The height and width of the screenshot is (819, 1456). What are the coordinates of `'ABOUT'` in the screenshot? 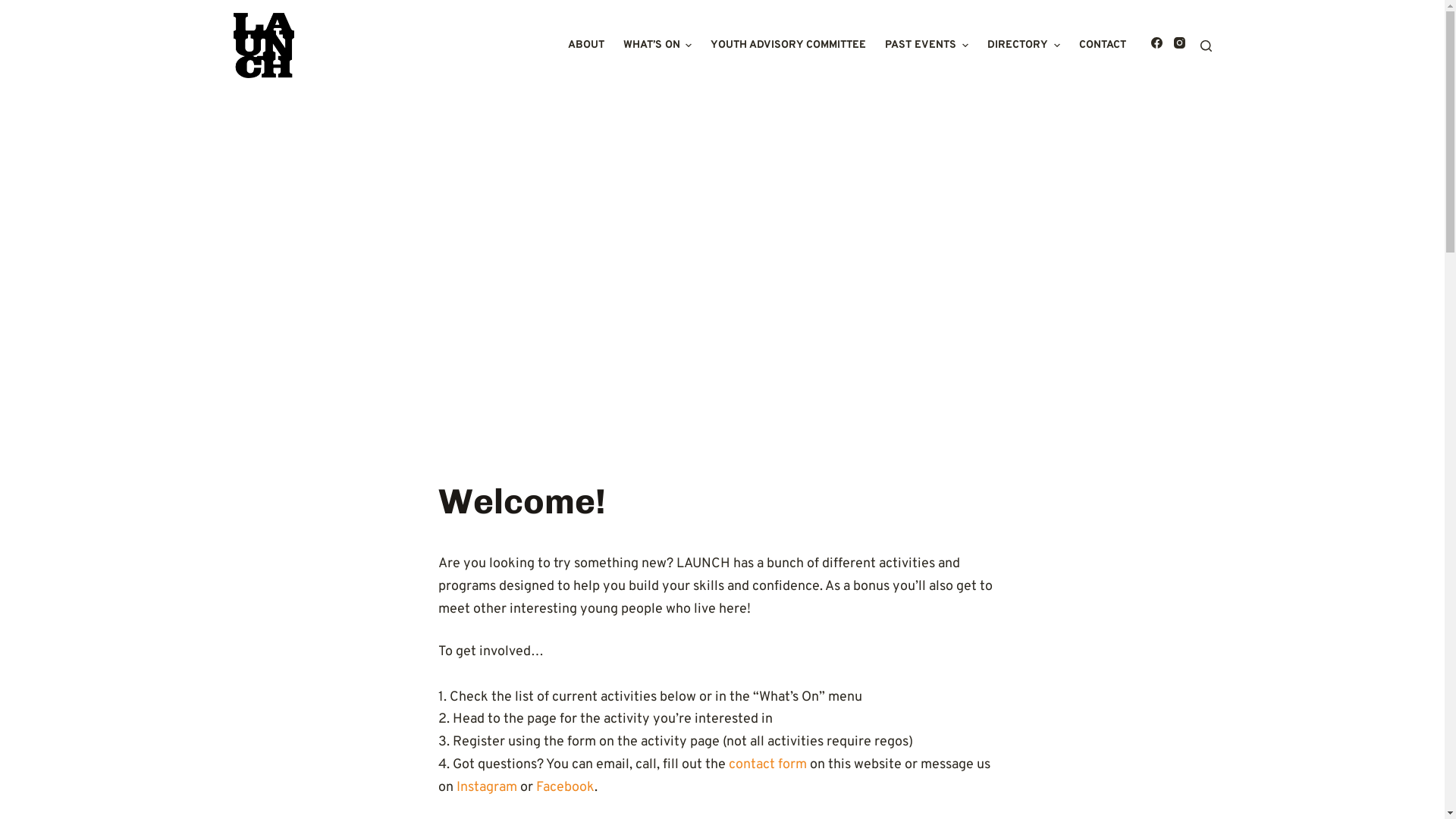 It's located at (585, 45).